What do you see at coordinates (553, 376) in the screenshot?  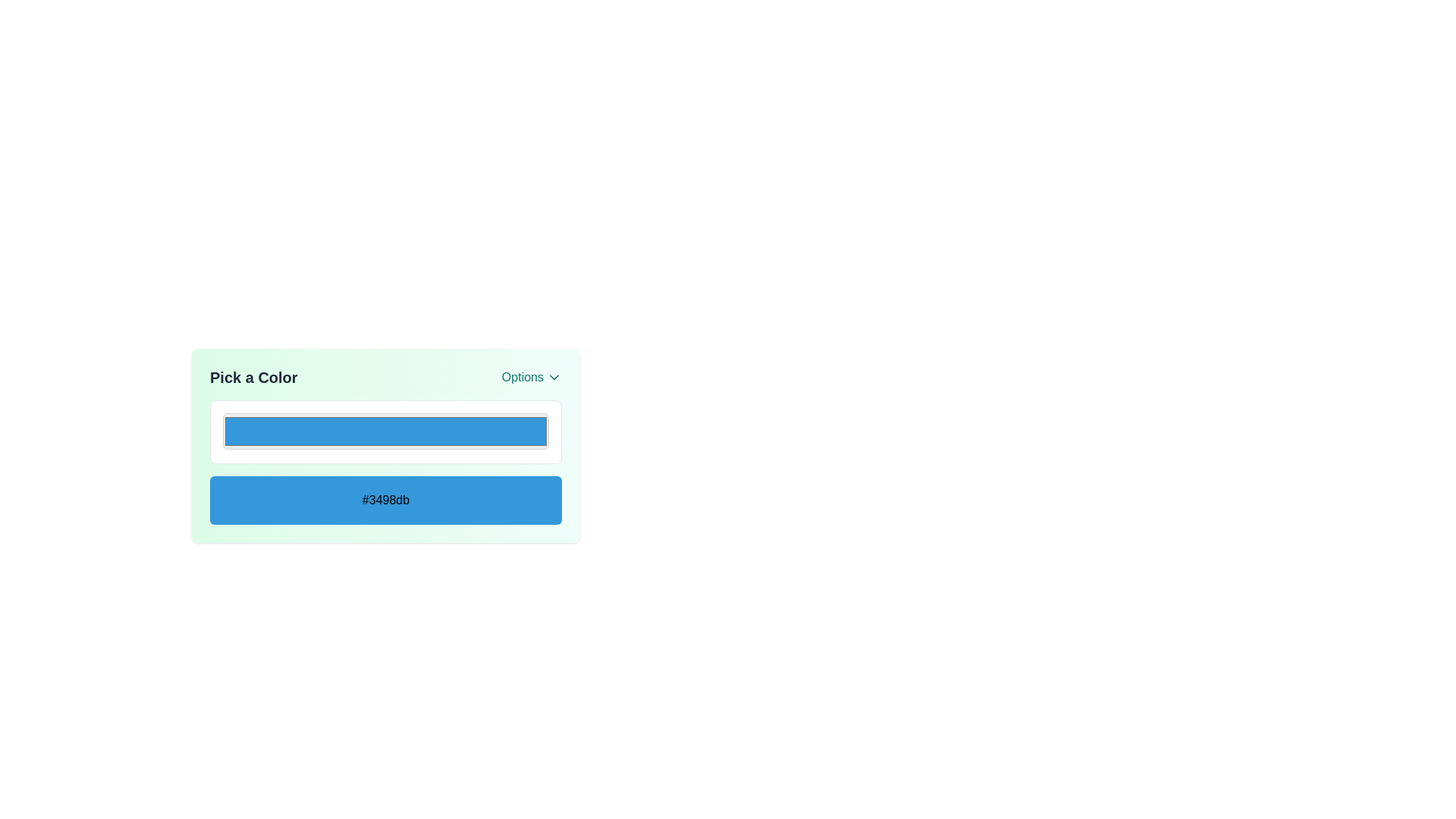 I see `the dropdown icon located in the top-right section of the card-like layout next to the 'Options' text` at bounding box center [553, 376].